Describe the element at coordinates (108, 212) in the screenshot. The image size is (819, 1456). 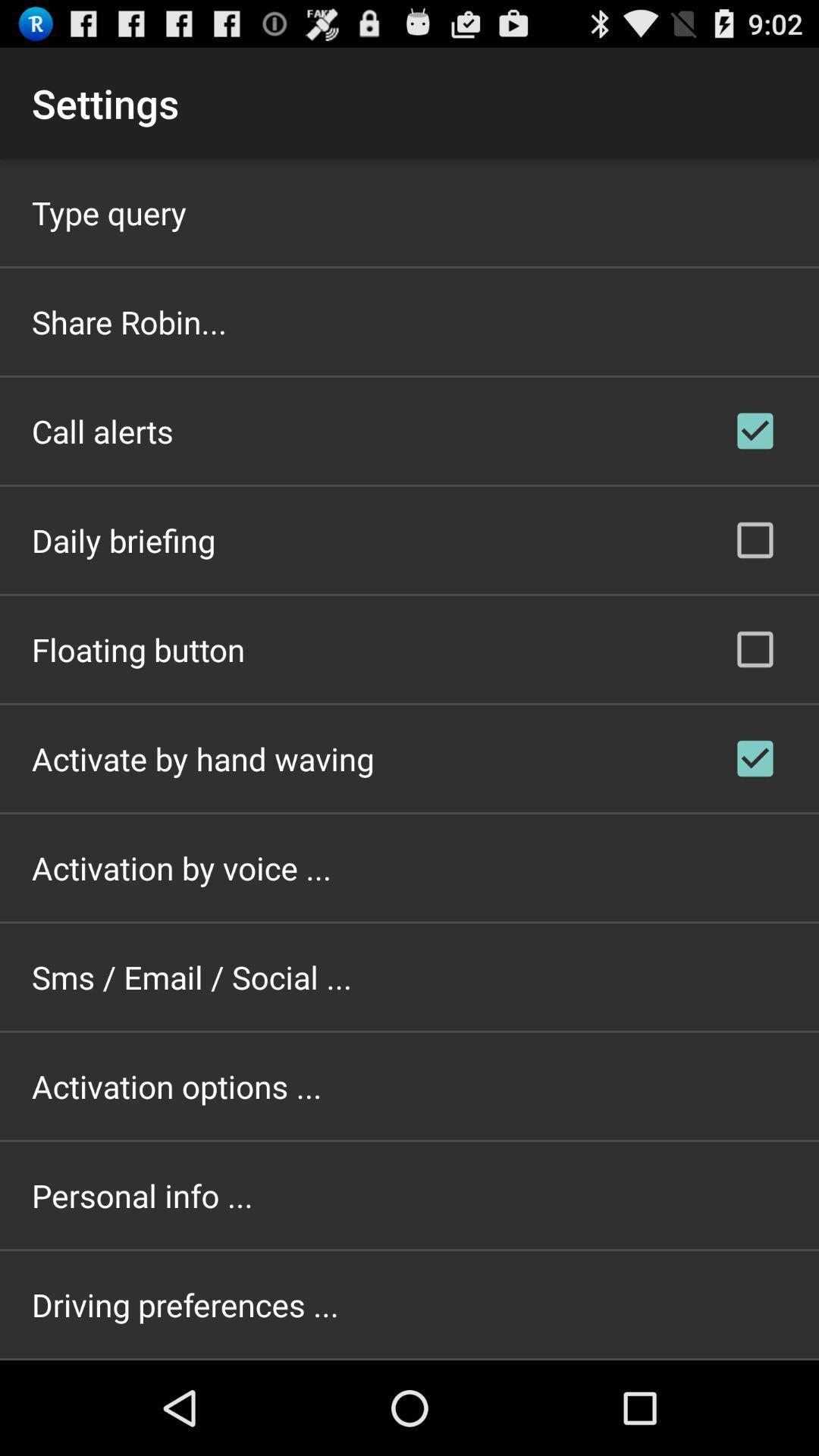
I see `the icon below the settings app` at that location.